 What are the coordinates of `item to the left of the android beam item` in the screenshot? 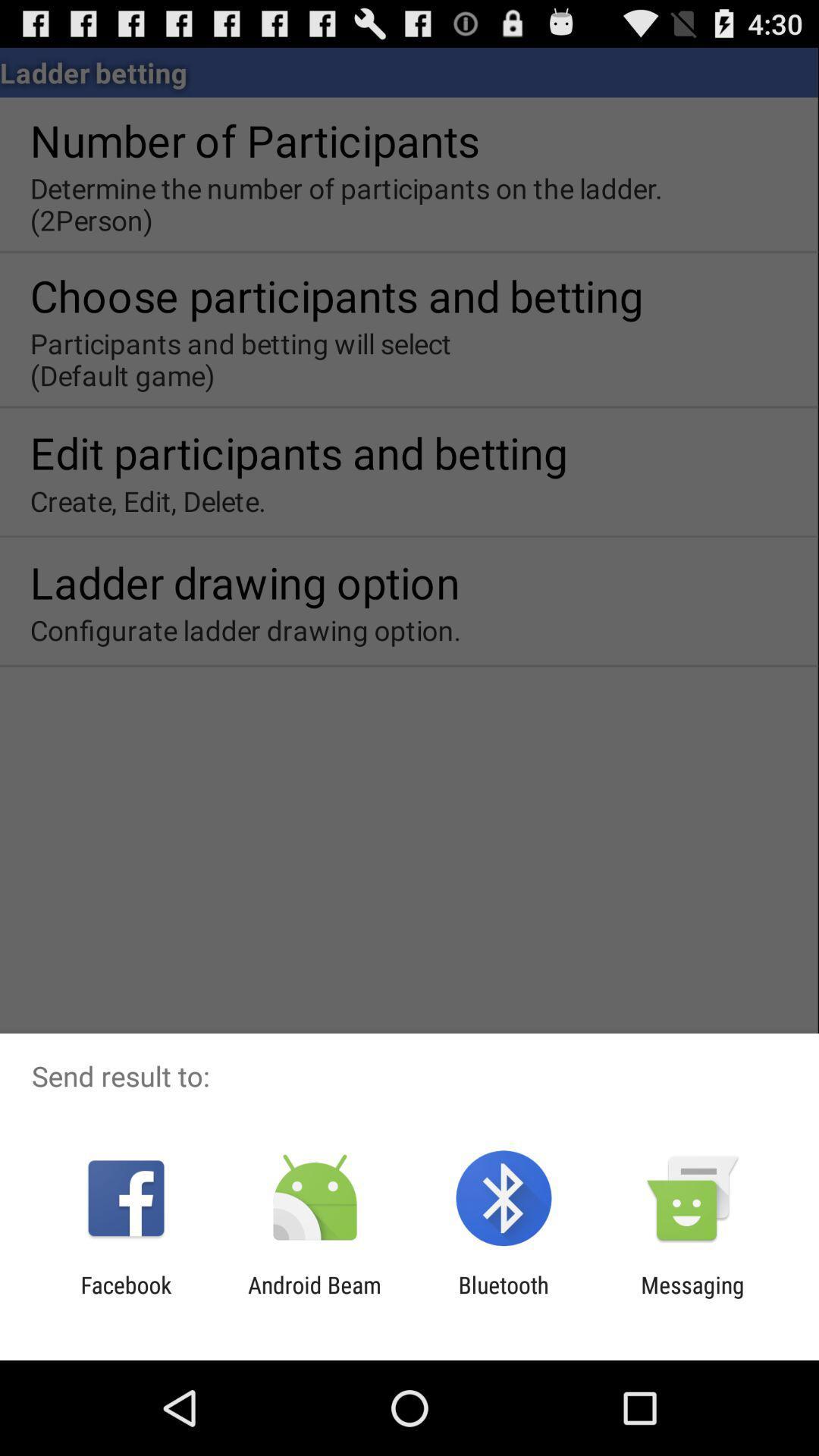 It's located at (125, 1298).